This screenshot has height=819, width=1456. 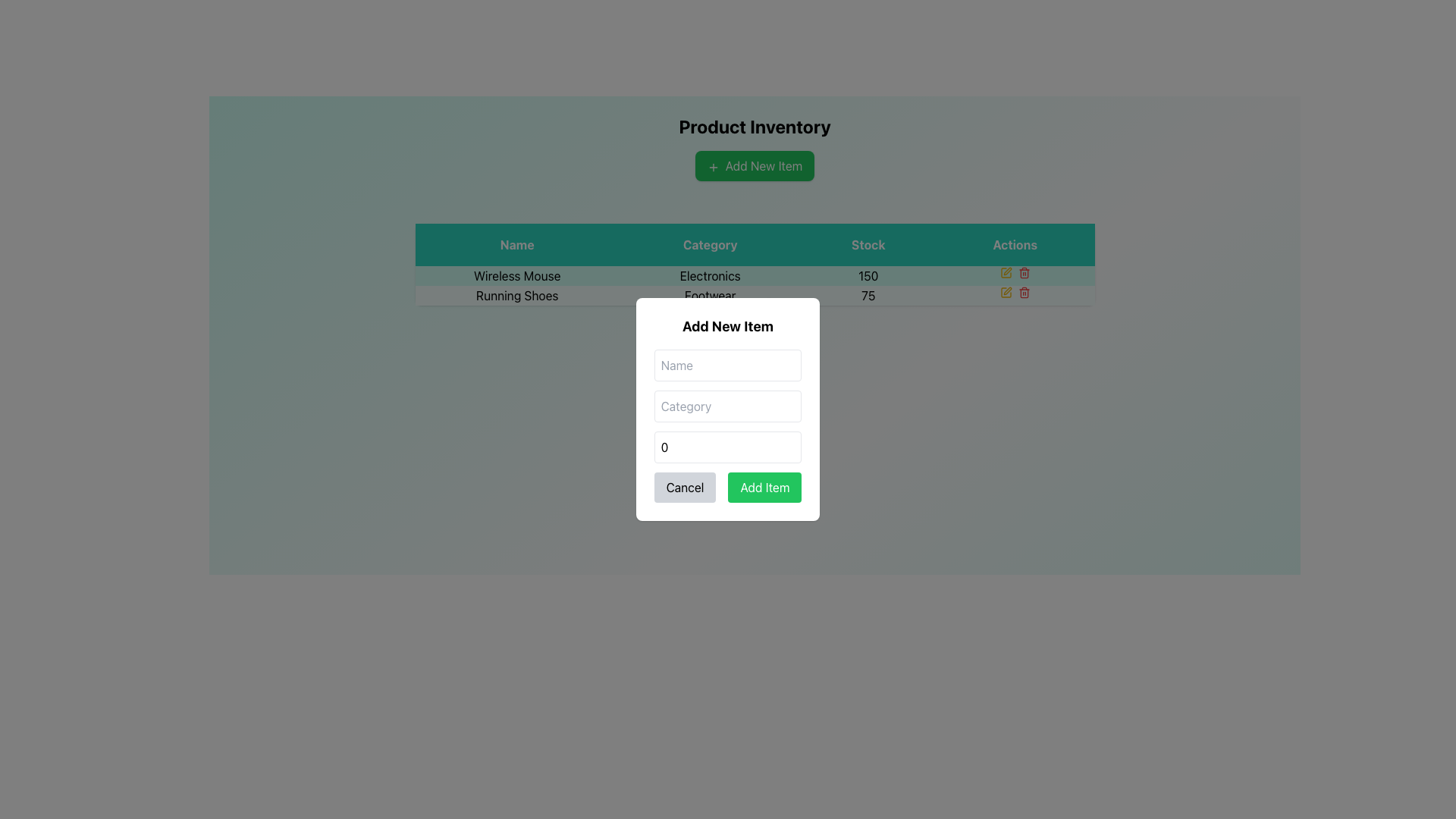 I want to click on the 'Add New Item' header, which is a bold and large black text element located at the top of a modal dialog, so click(x=728, y=326).